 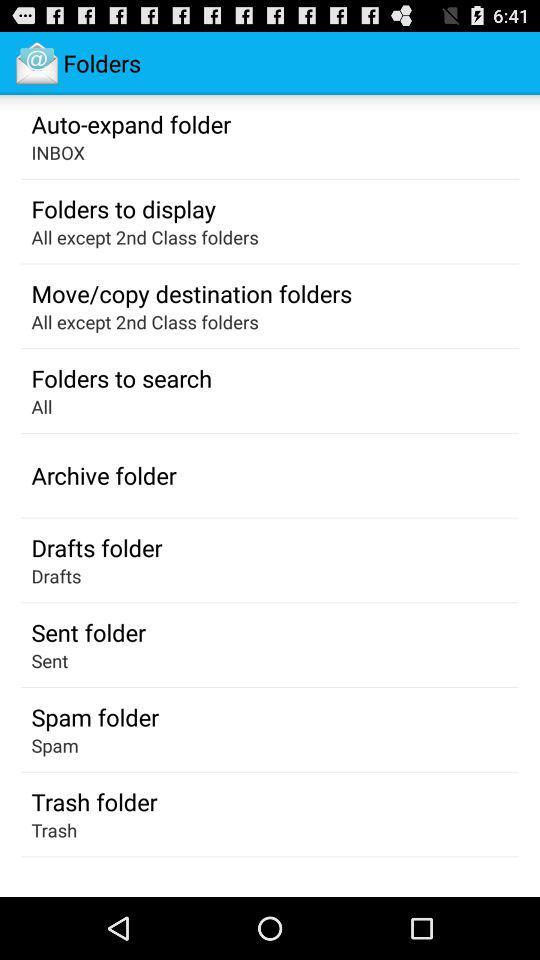 I want to click on app below the all except 2nd, so click(x=191, y=292).